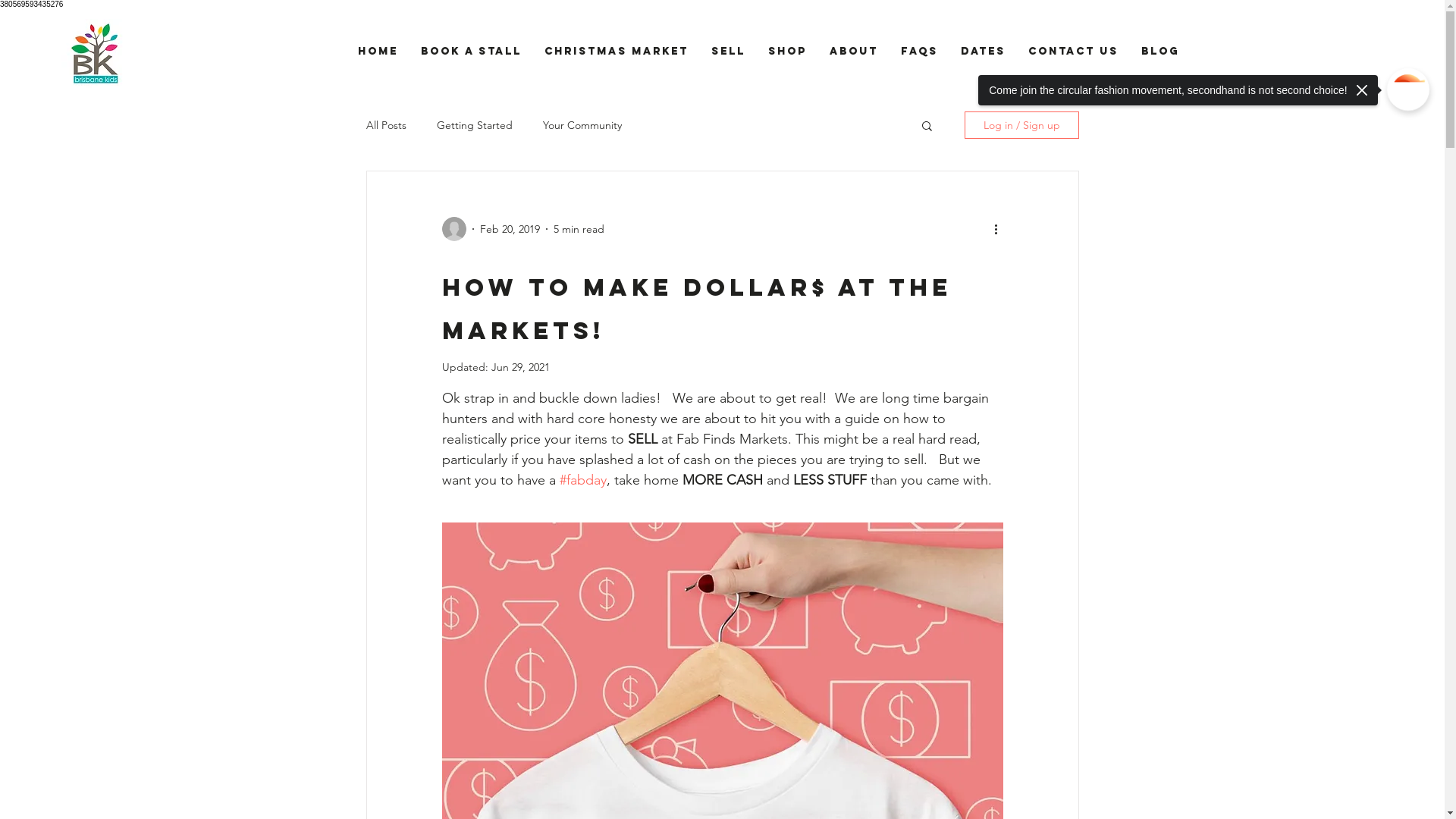  What do you see at coordinates (582, 479) in the screenshot?
I see `'#fabday'` at bounding box center [582, 479].